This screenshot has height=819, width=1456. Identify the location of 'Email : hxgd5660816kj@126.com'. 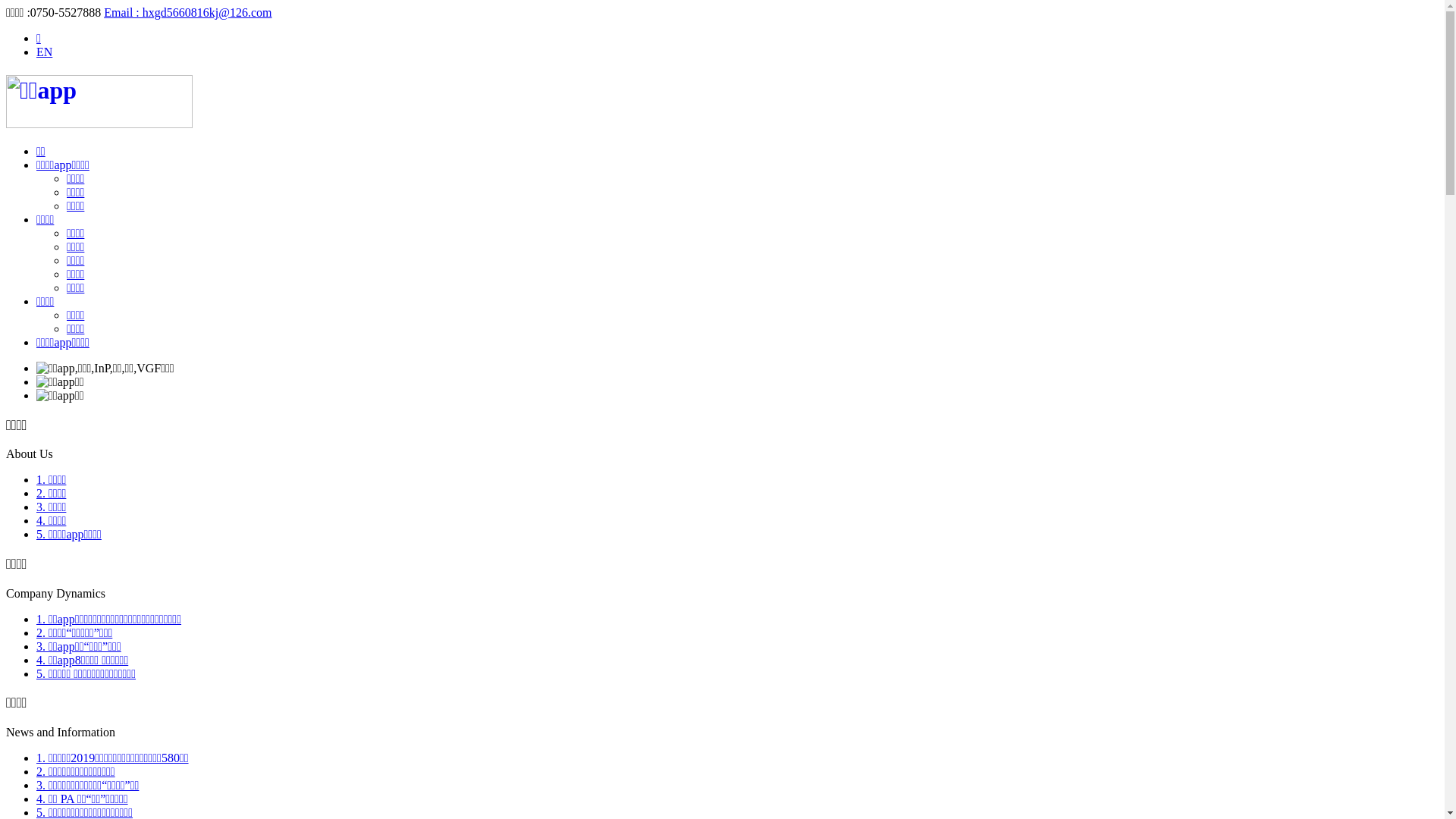
(103, 12).